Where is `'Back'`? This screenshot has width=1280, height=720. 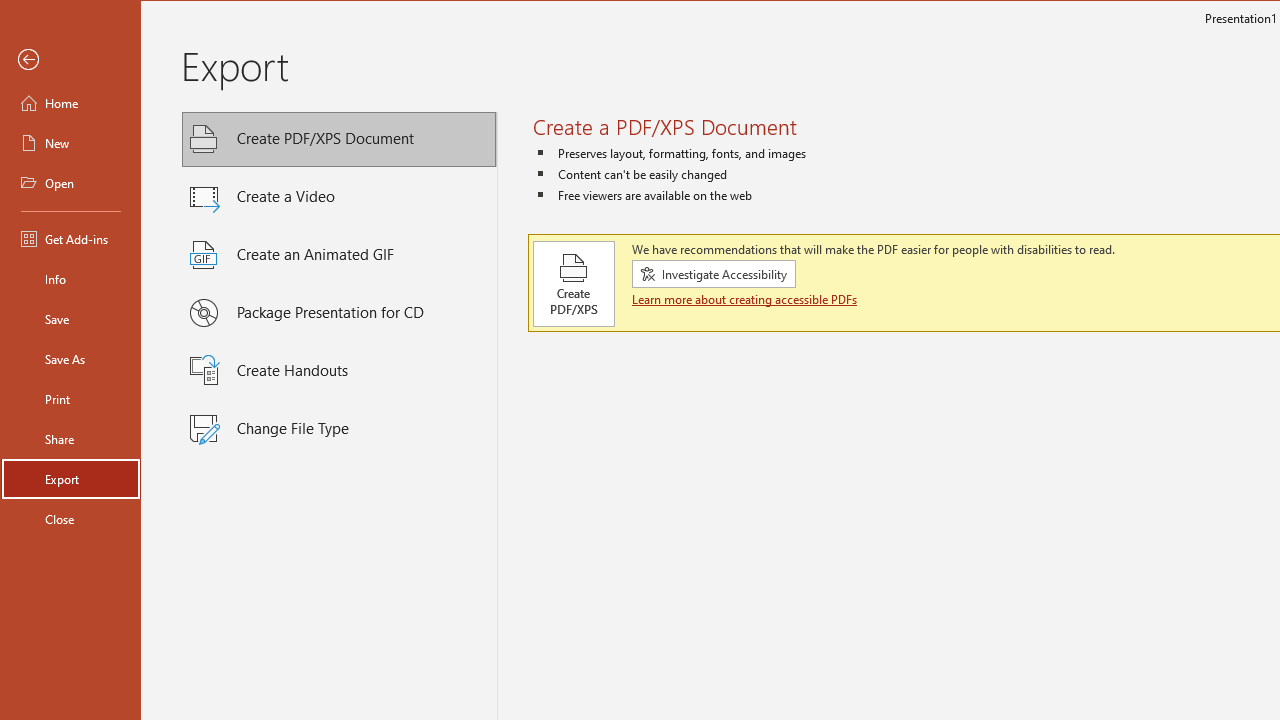 'Back' is located at coordinates (71, 59).